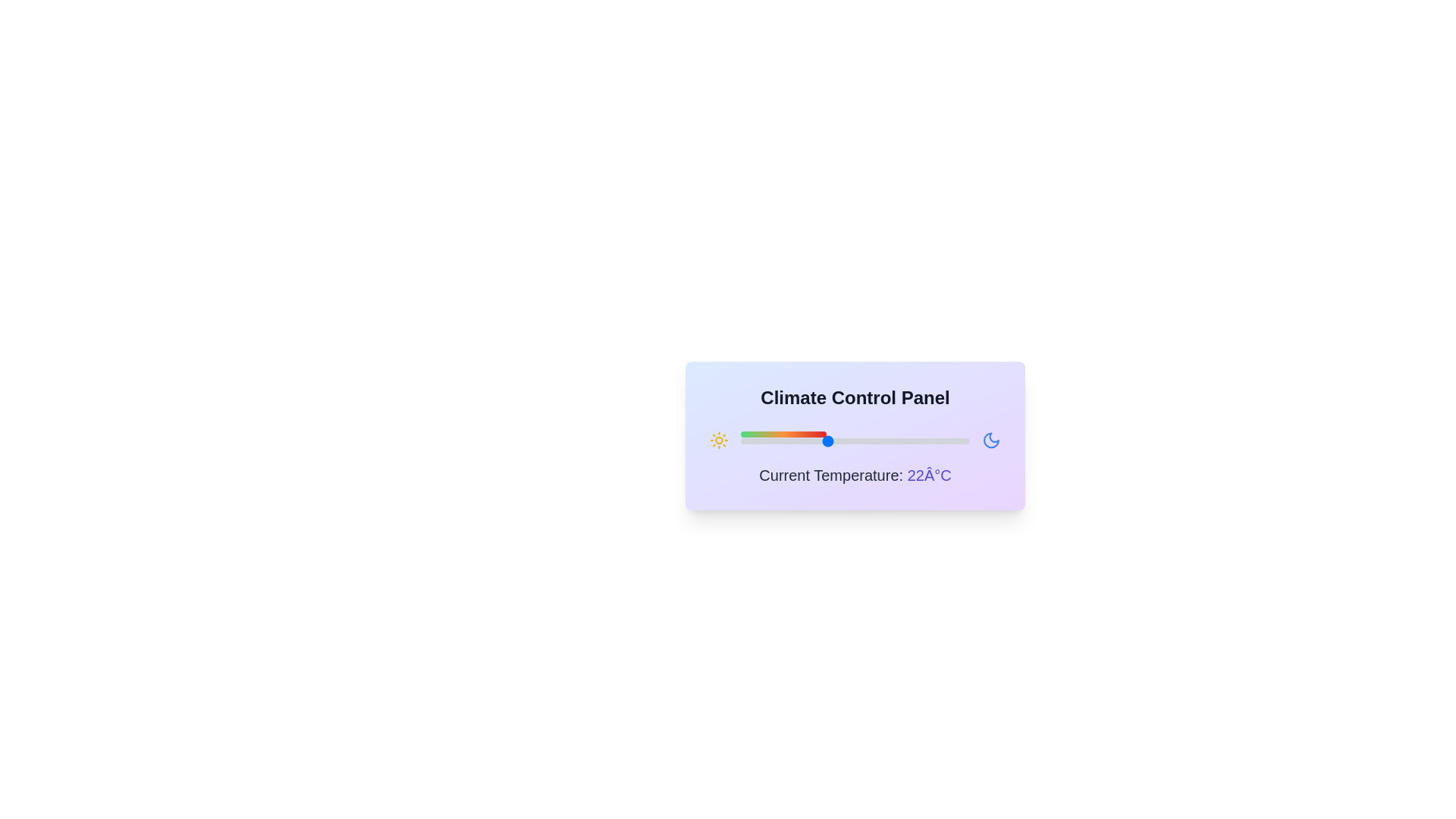 The image size is (1456, 819). What do you see at coordinates (883, 441) in the screenshot?
I see `the climate control temperature` at bounding box center [883, 441].